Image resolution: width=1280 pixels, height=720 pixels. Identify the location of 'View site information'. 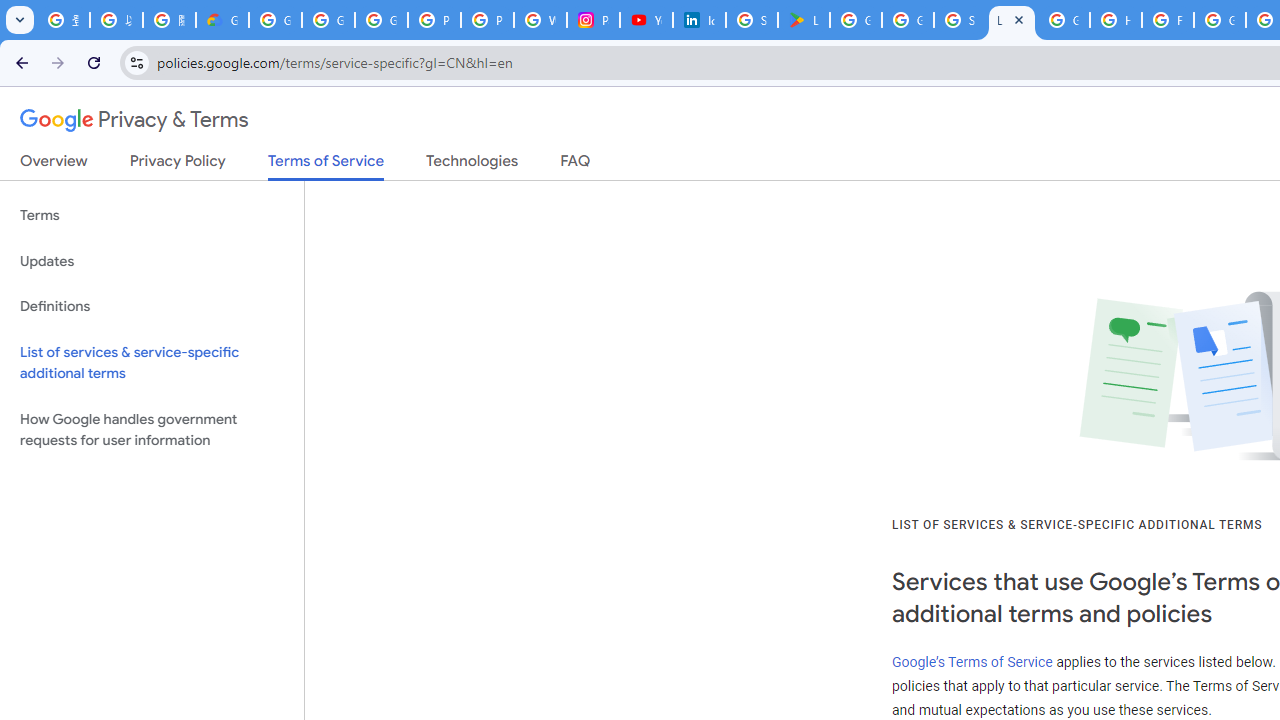
(135, 61).